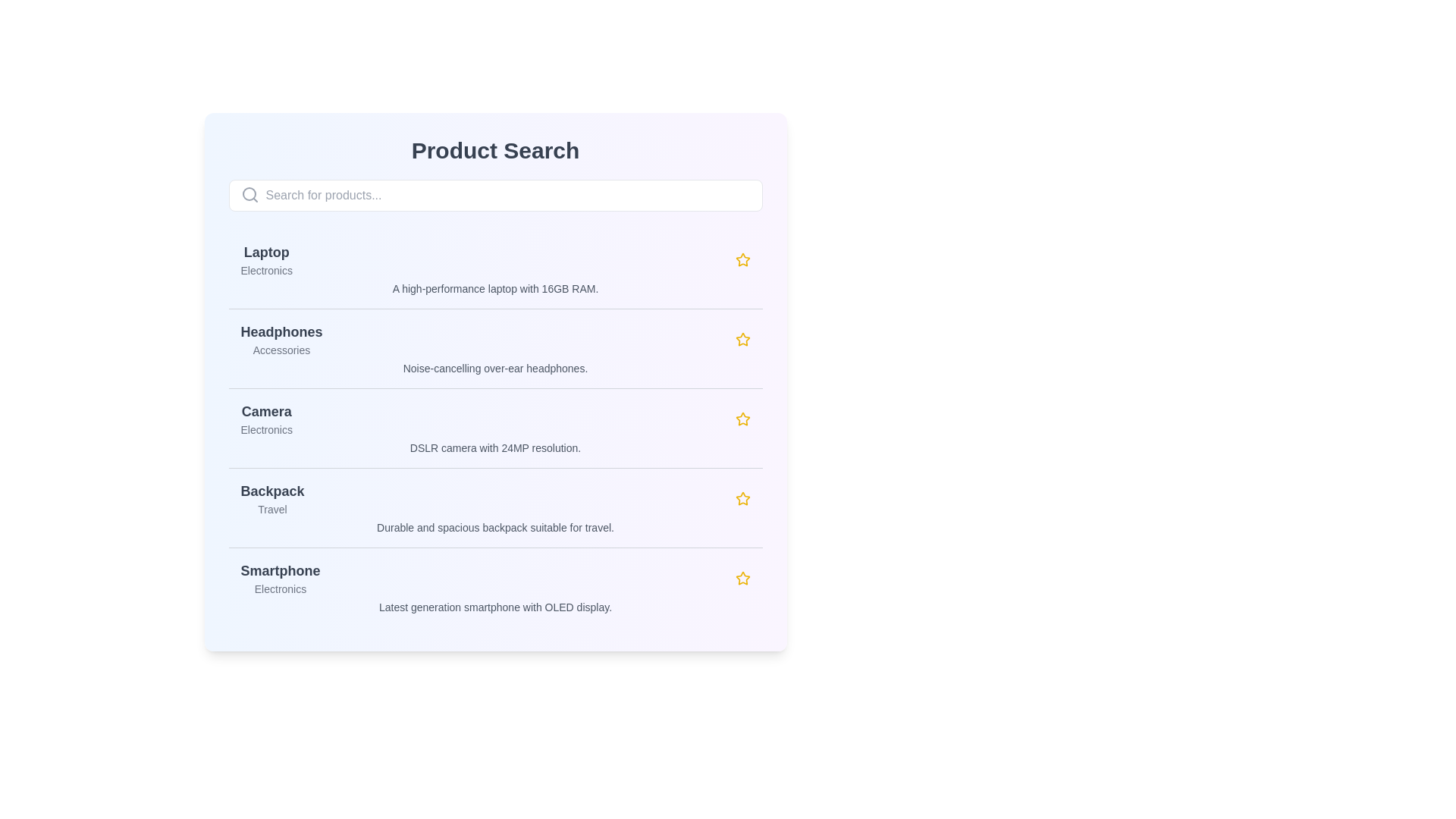  I want to click on the inner circle of the magnifying glass icon, which is part of the search bar located in the upper-left corner, so click(249, 193).